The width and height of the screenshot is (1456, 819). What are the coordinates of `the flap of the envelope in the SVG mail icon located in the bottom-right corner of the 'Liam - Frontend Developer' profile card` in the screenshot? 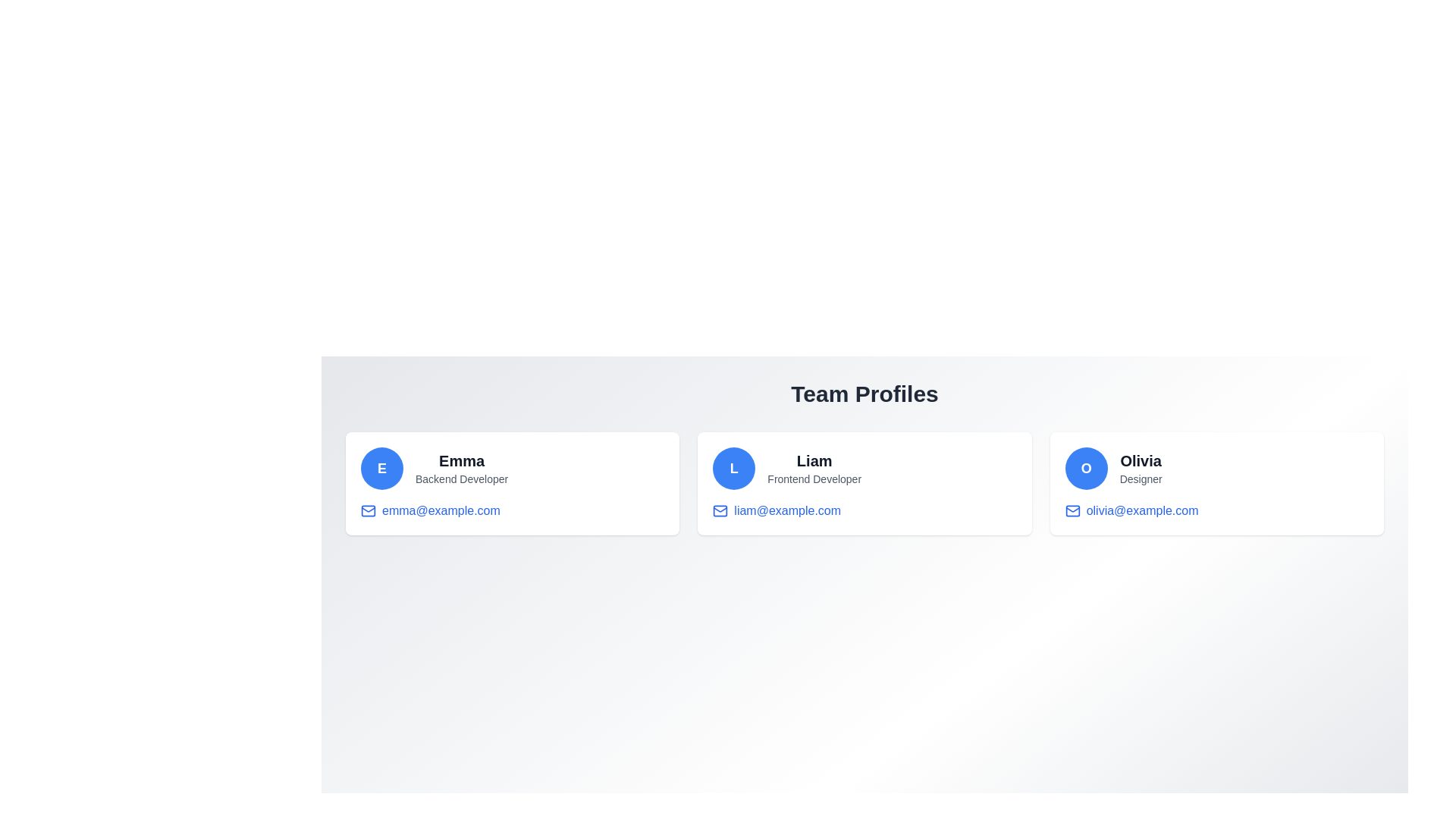 It's located at (720, 510).